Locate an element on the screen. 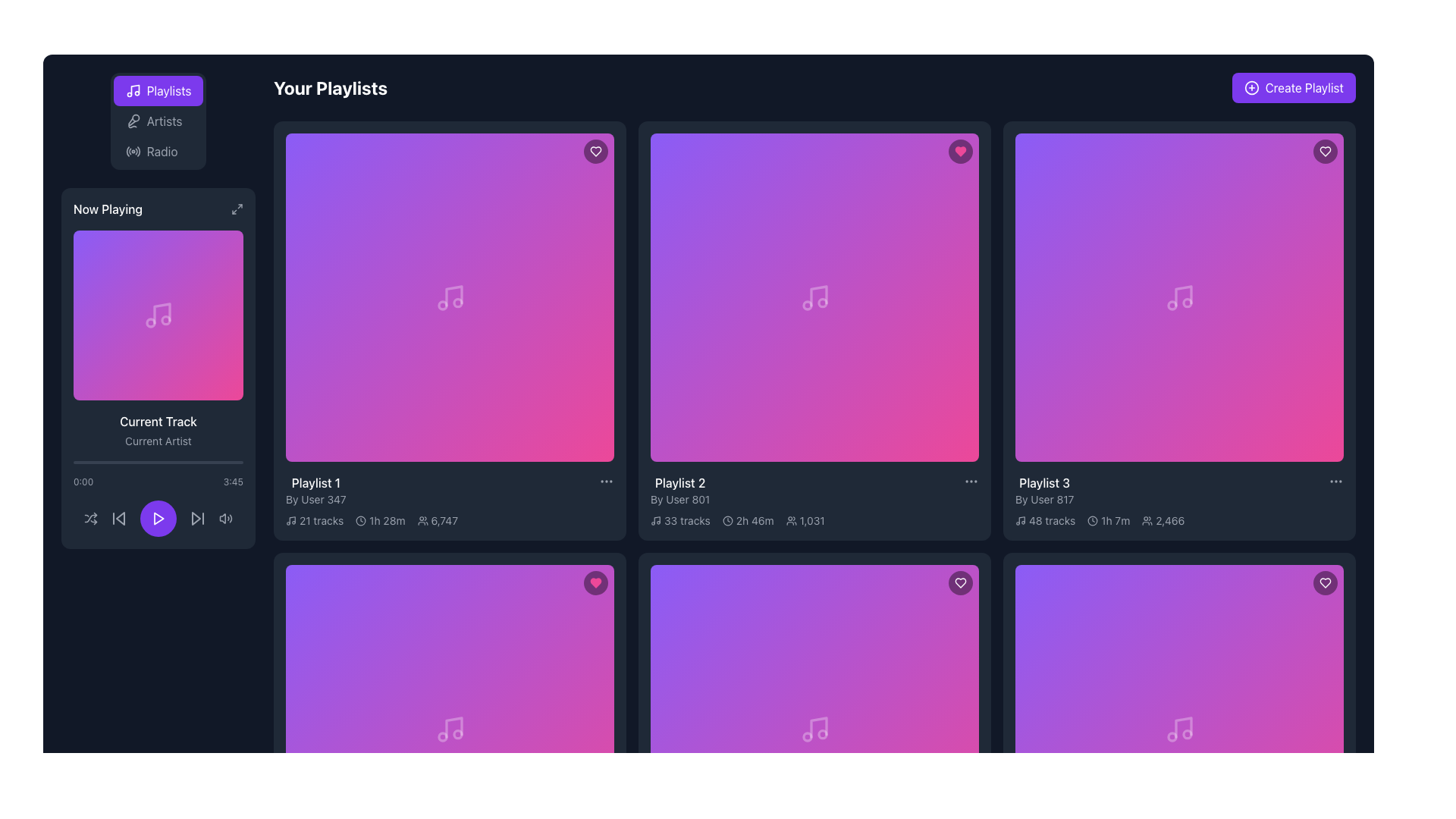 The image size is (1456, 819). the text label that indicates the number of tracks within the first playlist card, which is located beneath the playlist title and user information, to the immediate right of the music icon is located at coordinates (321, 519).